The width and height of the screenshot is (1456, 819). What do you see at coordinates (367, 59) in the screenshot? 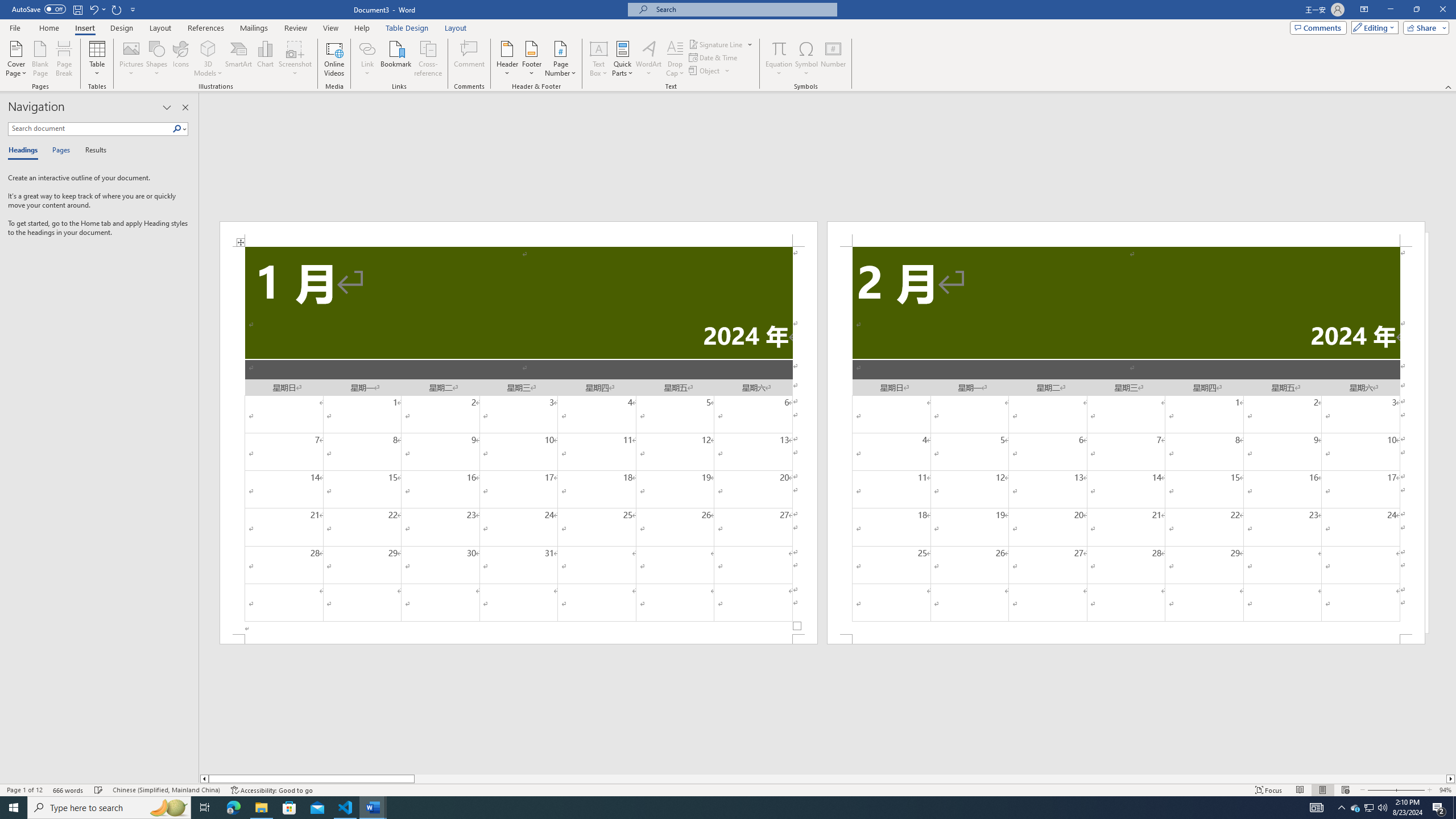
I see `'Link'` at bounding box center [367, 59].